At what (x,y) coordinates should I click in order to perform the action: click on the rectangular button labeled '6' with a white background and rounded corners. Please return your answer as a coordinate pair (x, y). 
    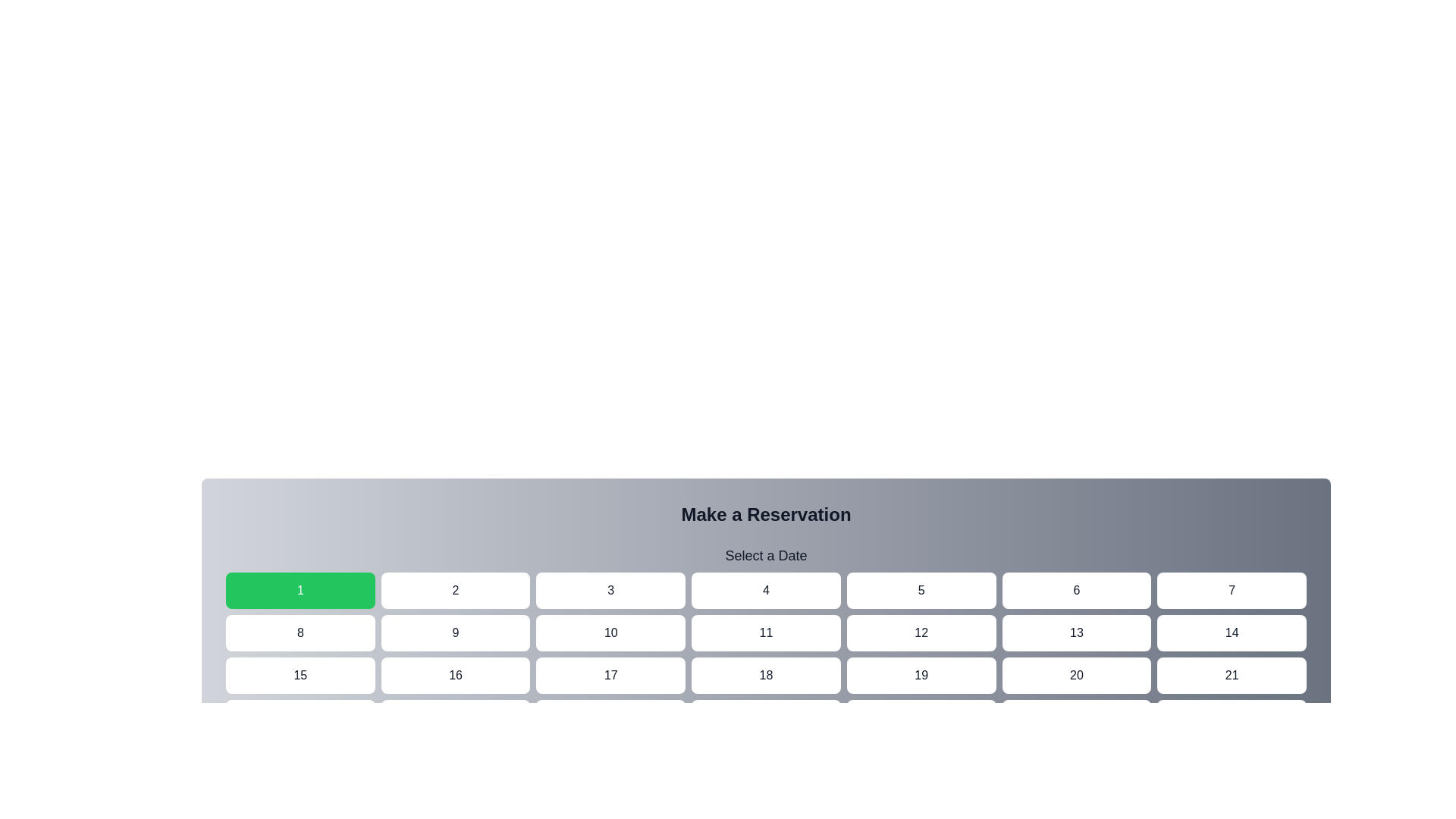
    Looking at the image, I should click on (1075, 590).